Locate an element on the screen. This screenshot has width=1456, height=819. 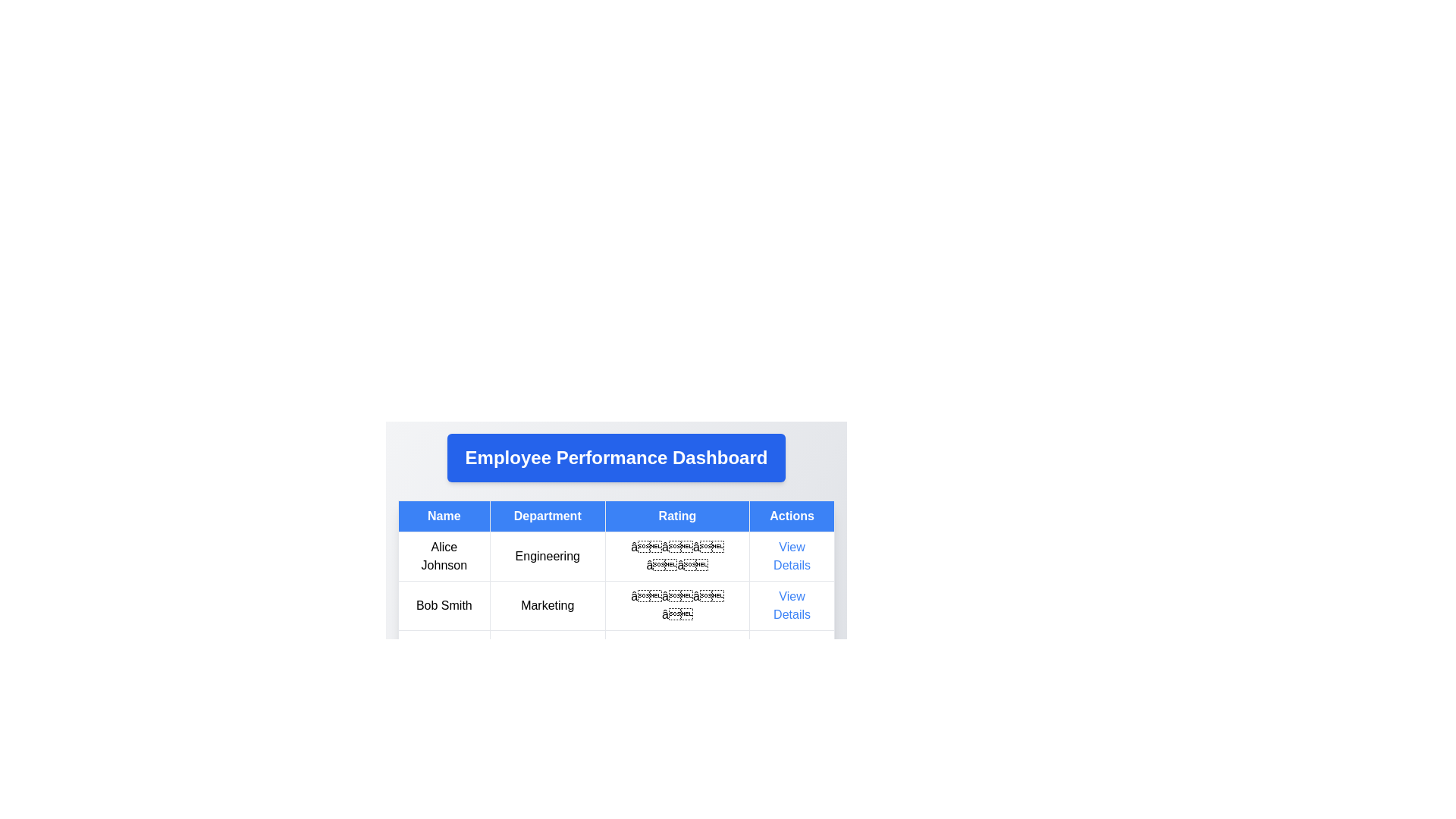
the hyperlink in the 'Actions' column for 'Alice Johnson' is located at coordinates (791, 556).